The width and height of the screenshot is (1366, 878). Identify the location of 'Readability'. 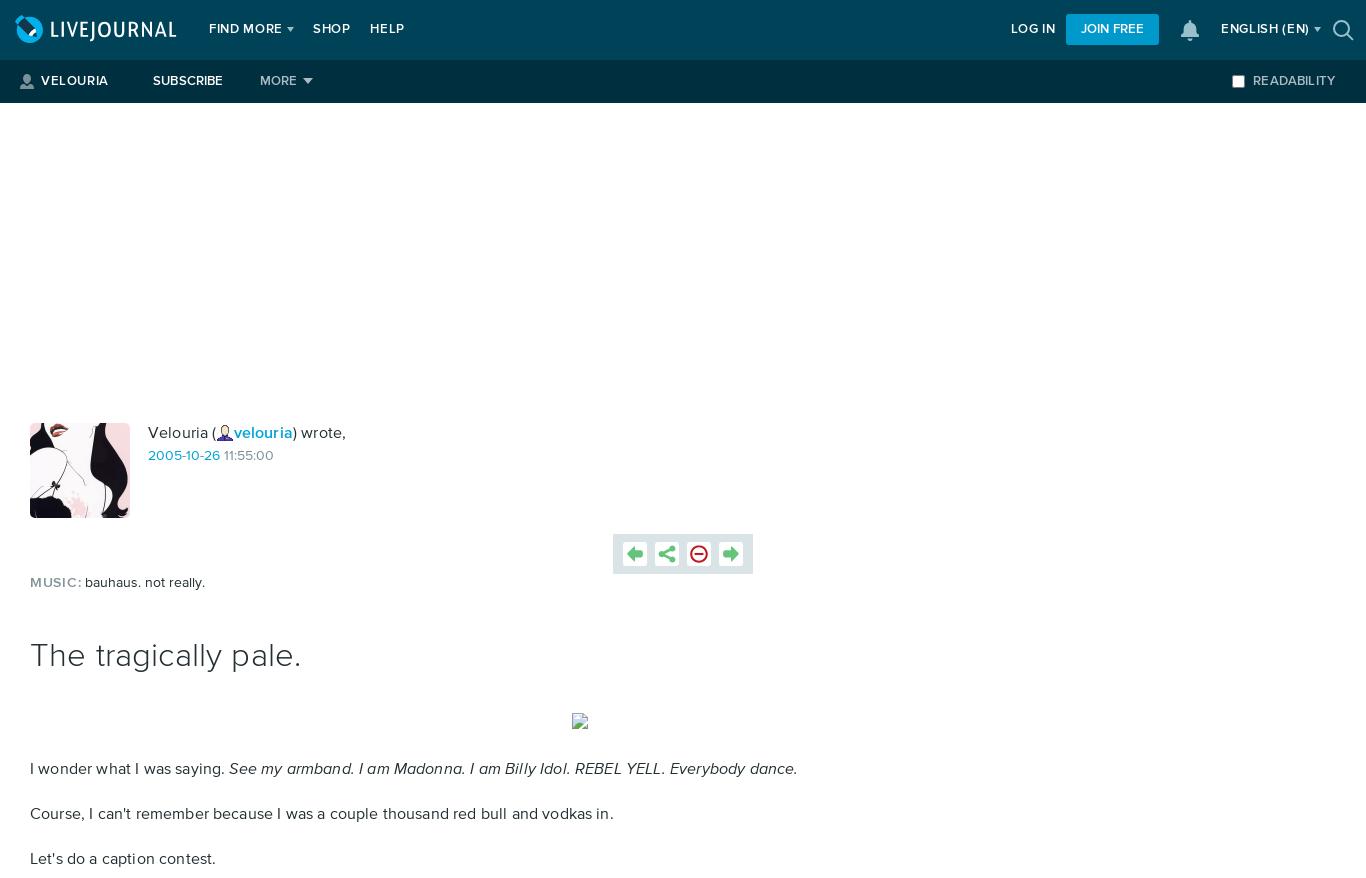
(1293, 81).